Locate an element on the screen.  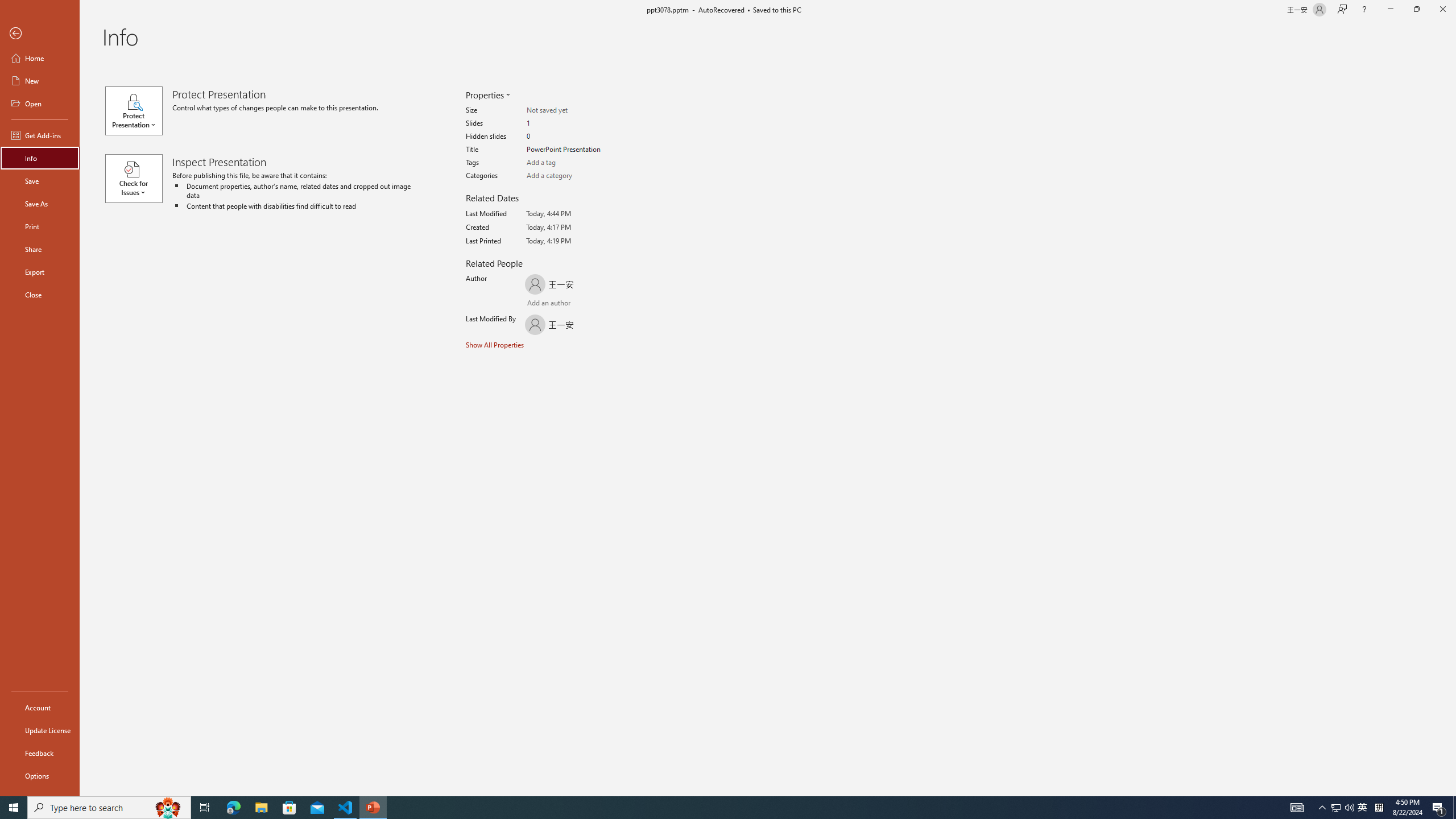
'Show All Properties' is located at coordinates (495, 344).